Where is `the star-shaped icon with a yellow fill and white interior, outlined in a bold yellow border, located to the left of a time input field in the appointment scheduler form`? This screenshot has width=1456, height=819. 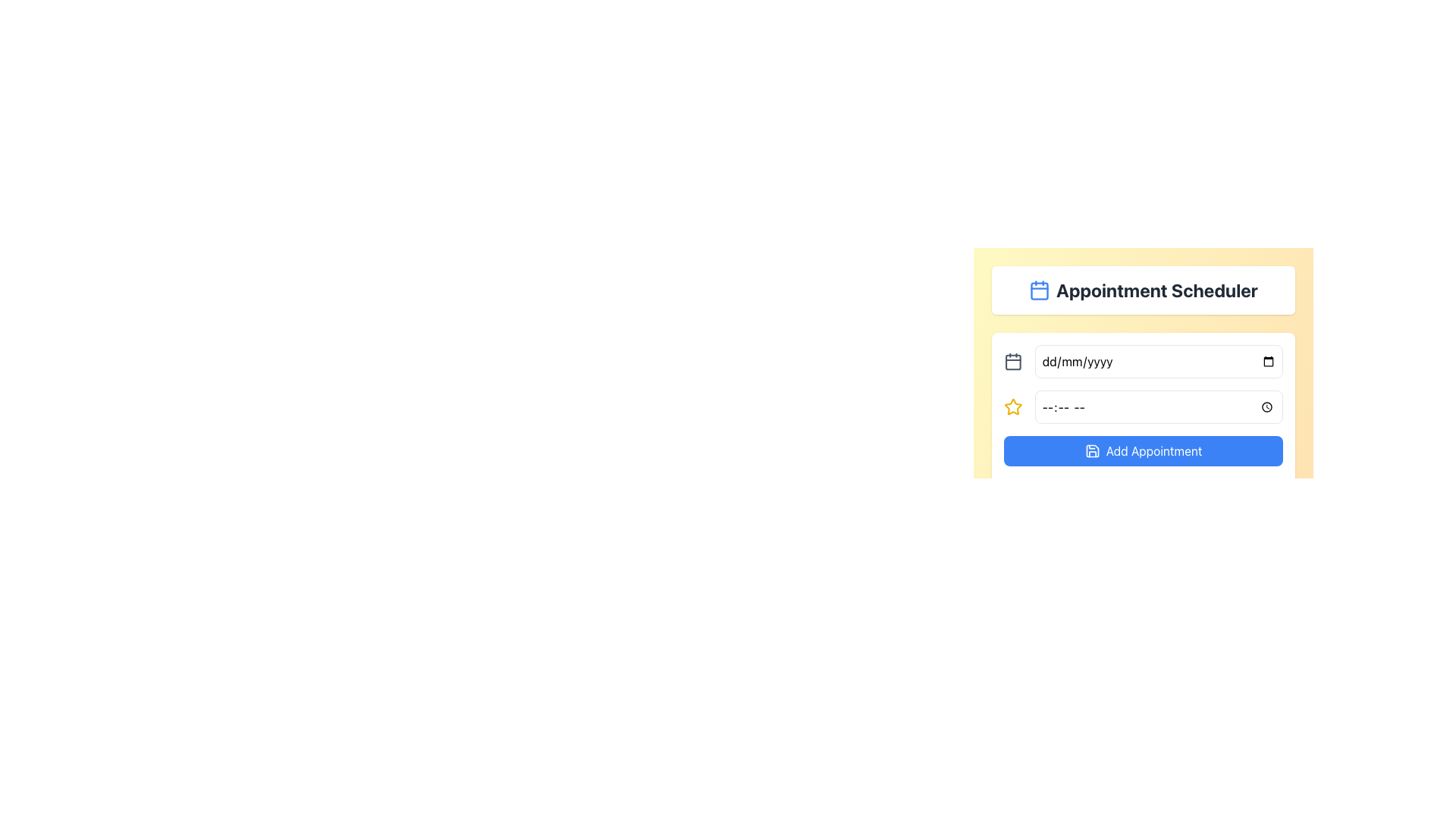 the star-shaped icon with a yellow fill and white interior, outlined in a bold yellow border, located to the left of a time input field in the appointment scheduler form is located at coordinates (1013, 406).